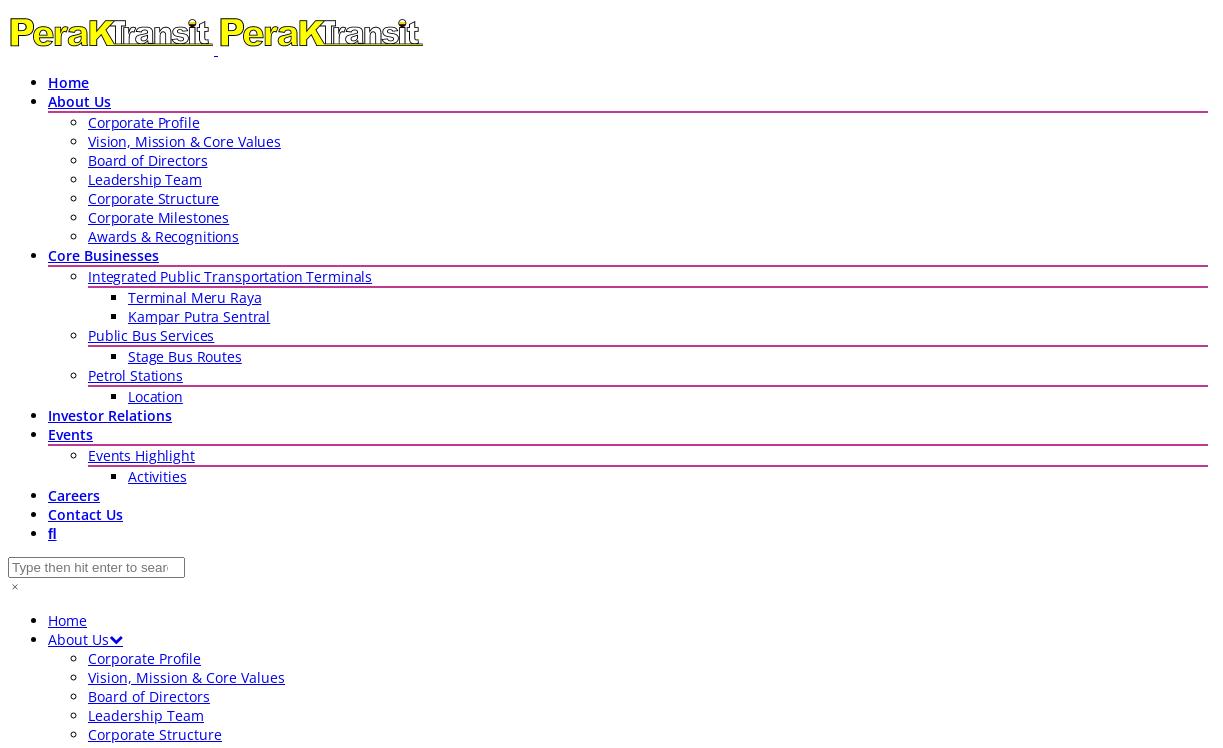  Describe the element at coordinates (134, 375) in the screenshot. I see `'Petrol Stations'` at that location.